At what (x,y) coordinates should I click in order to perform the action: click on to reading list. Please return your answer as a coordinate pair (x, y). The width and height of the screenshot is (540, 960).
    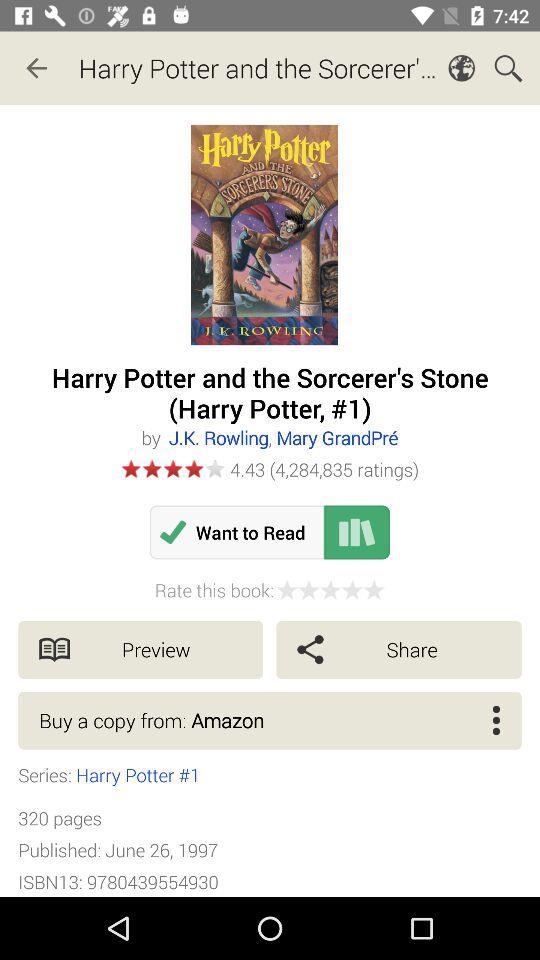
    Looking at the image, I should click on (356, 531).